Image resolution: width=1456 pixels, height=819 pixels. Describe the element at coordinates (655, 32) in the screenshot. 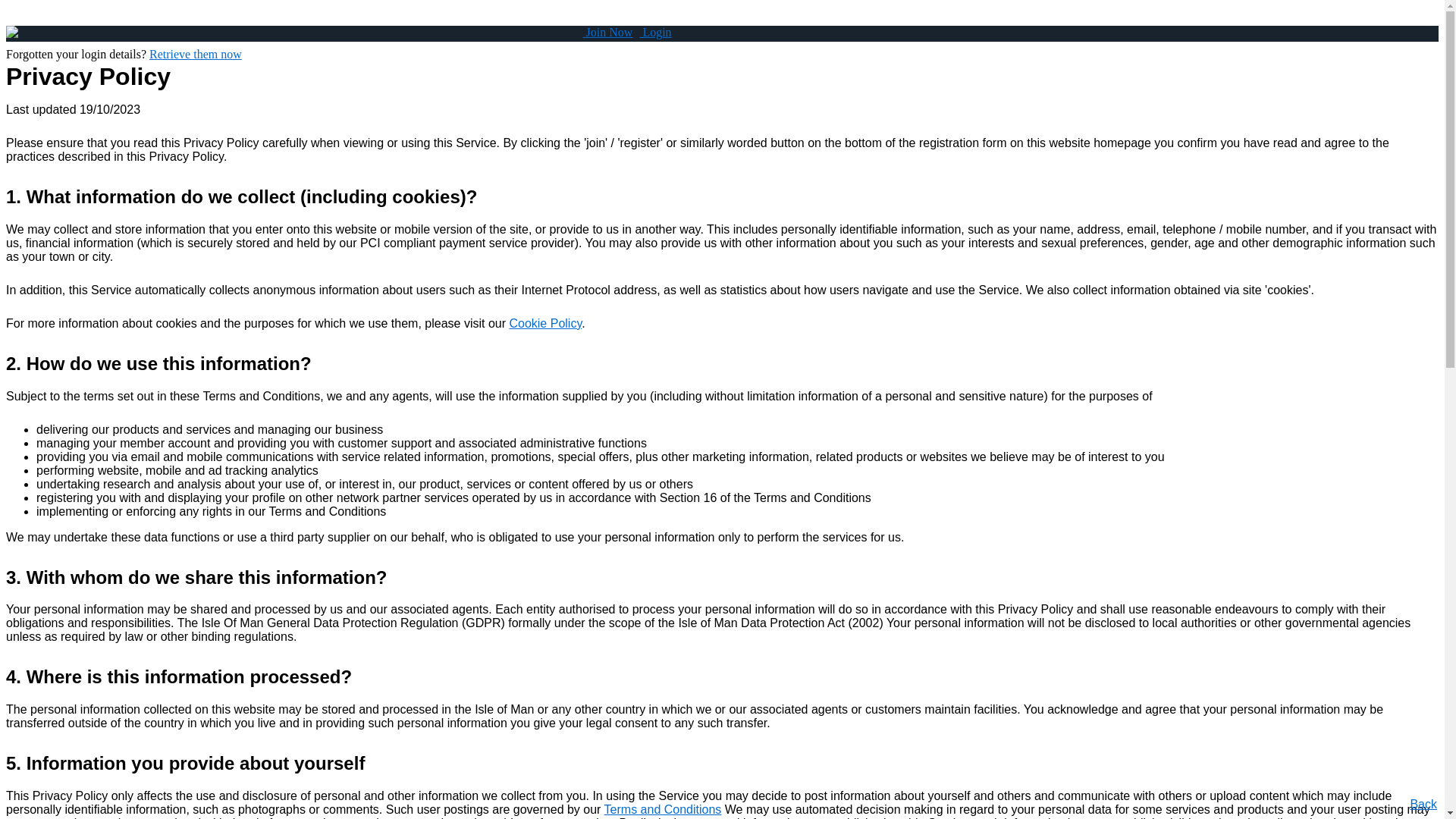

I see `' Login'` at that location.